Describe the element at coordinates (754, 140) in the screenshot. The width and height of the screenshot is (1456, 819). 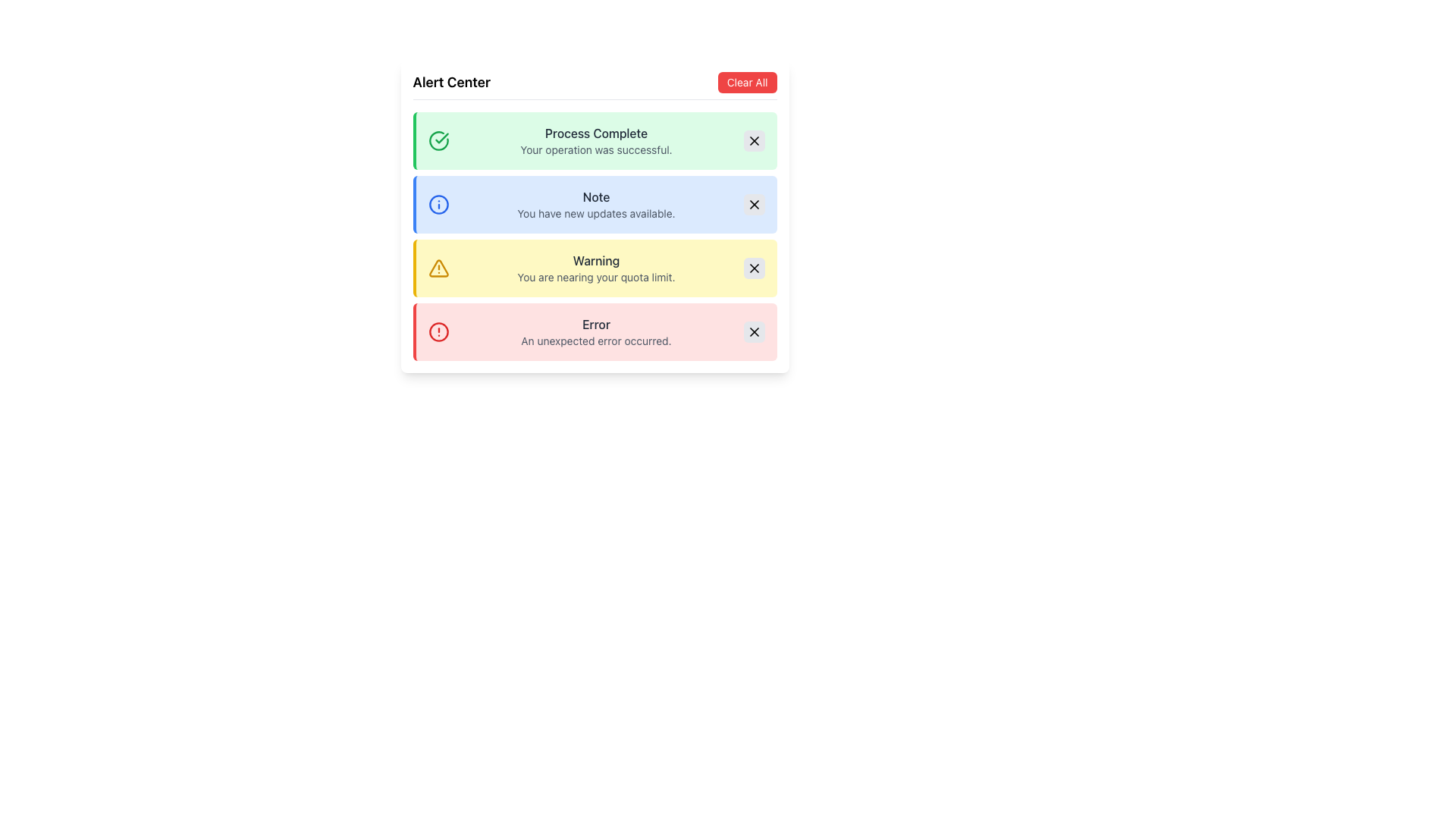
I see `the 'X' icon in the top-right corner of the 'Process Complete' notification block` at that location.